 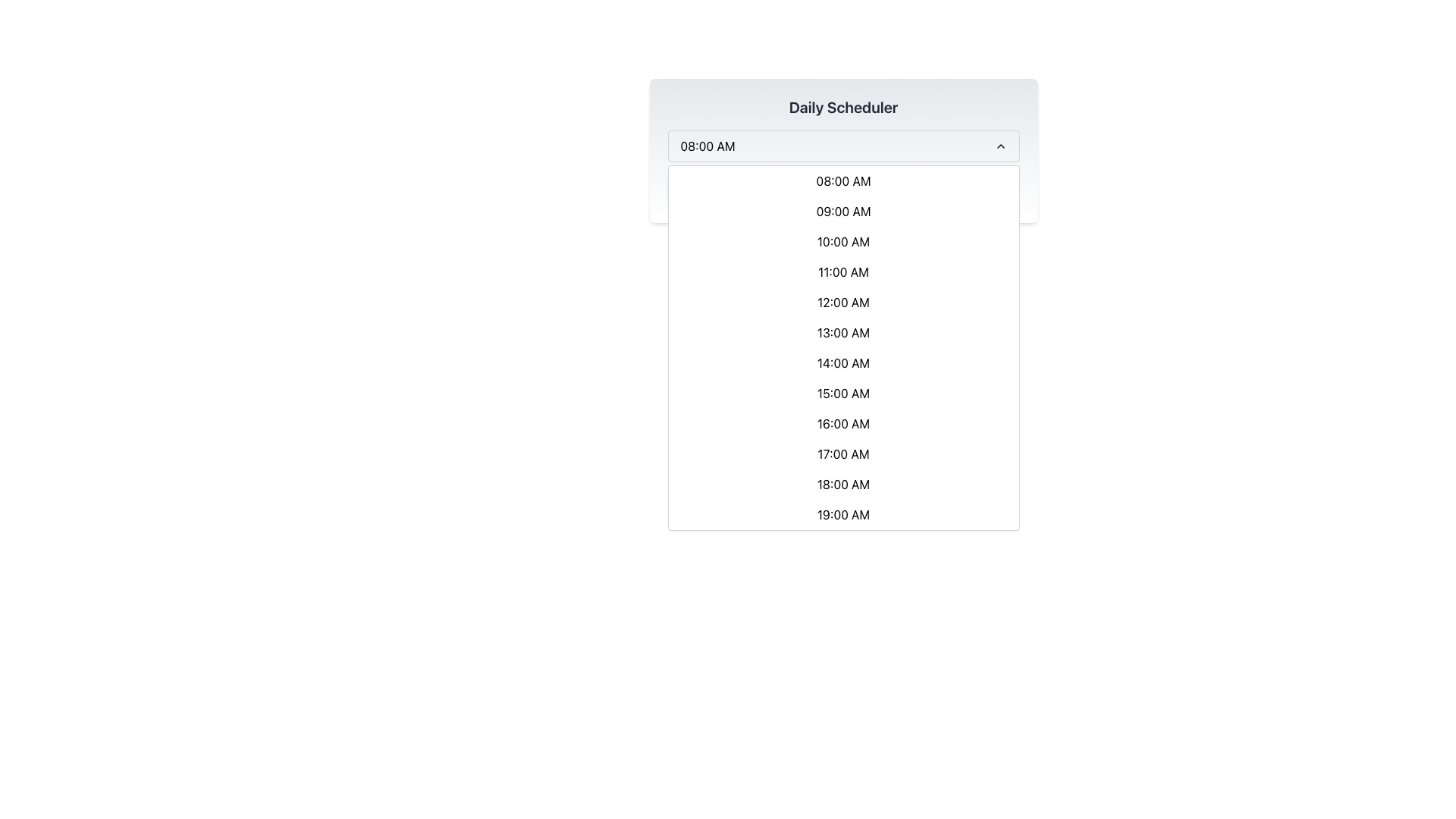 I want to click on the list item displaying '09:00 AM' in the dropdown menu, so click(x=843, y=211).